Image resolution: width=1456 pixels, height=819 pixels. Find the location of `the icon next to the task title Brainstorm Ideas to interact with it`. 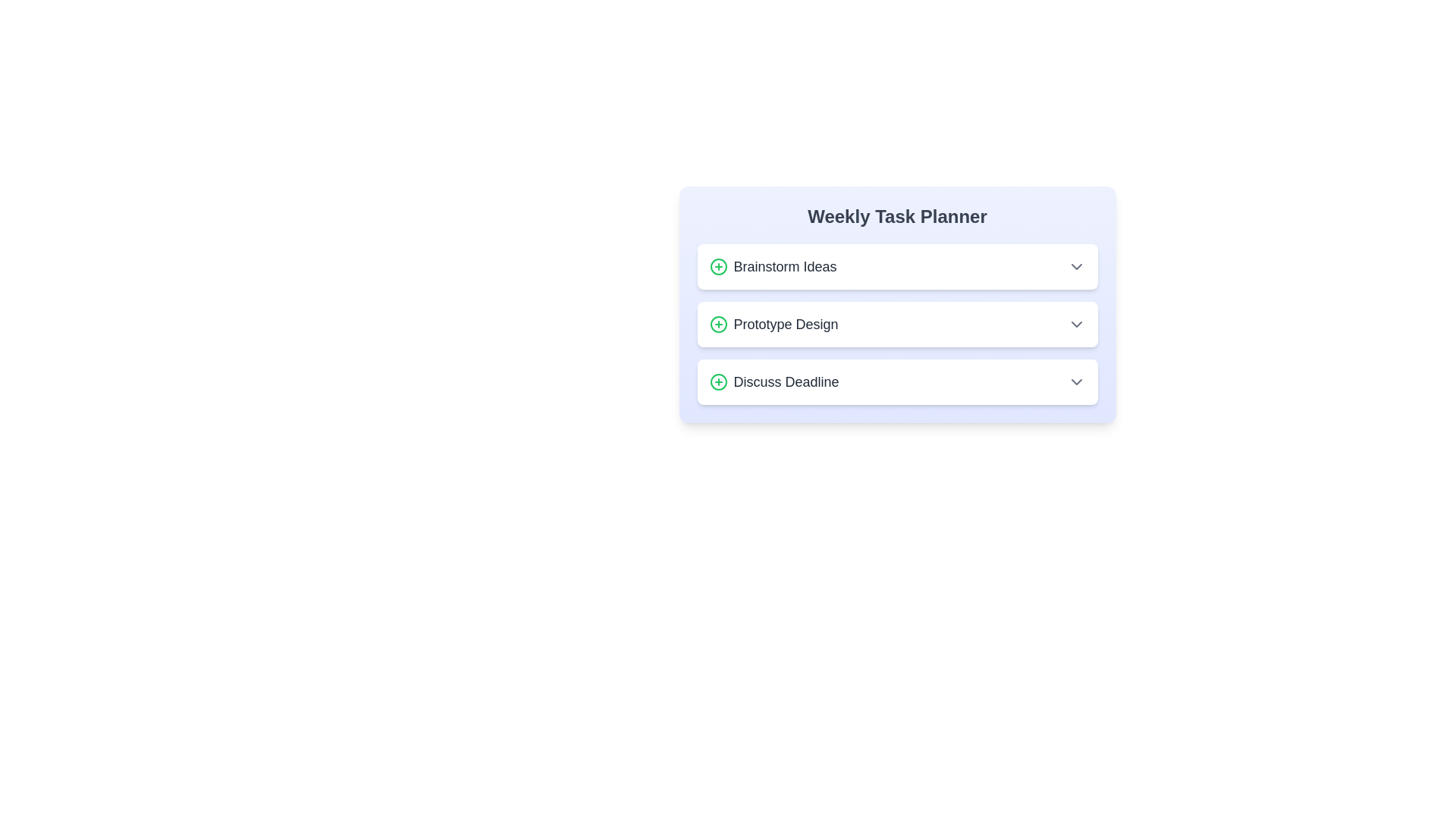

the icon next to the task title Brainstorm Ideas to interact with it is located at coordinates (717, 265).